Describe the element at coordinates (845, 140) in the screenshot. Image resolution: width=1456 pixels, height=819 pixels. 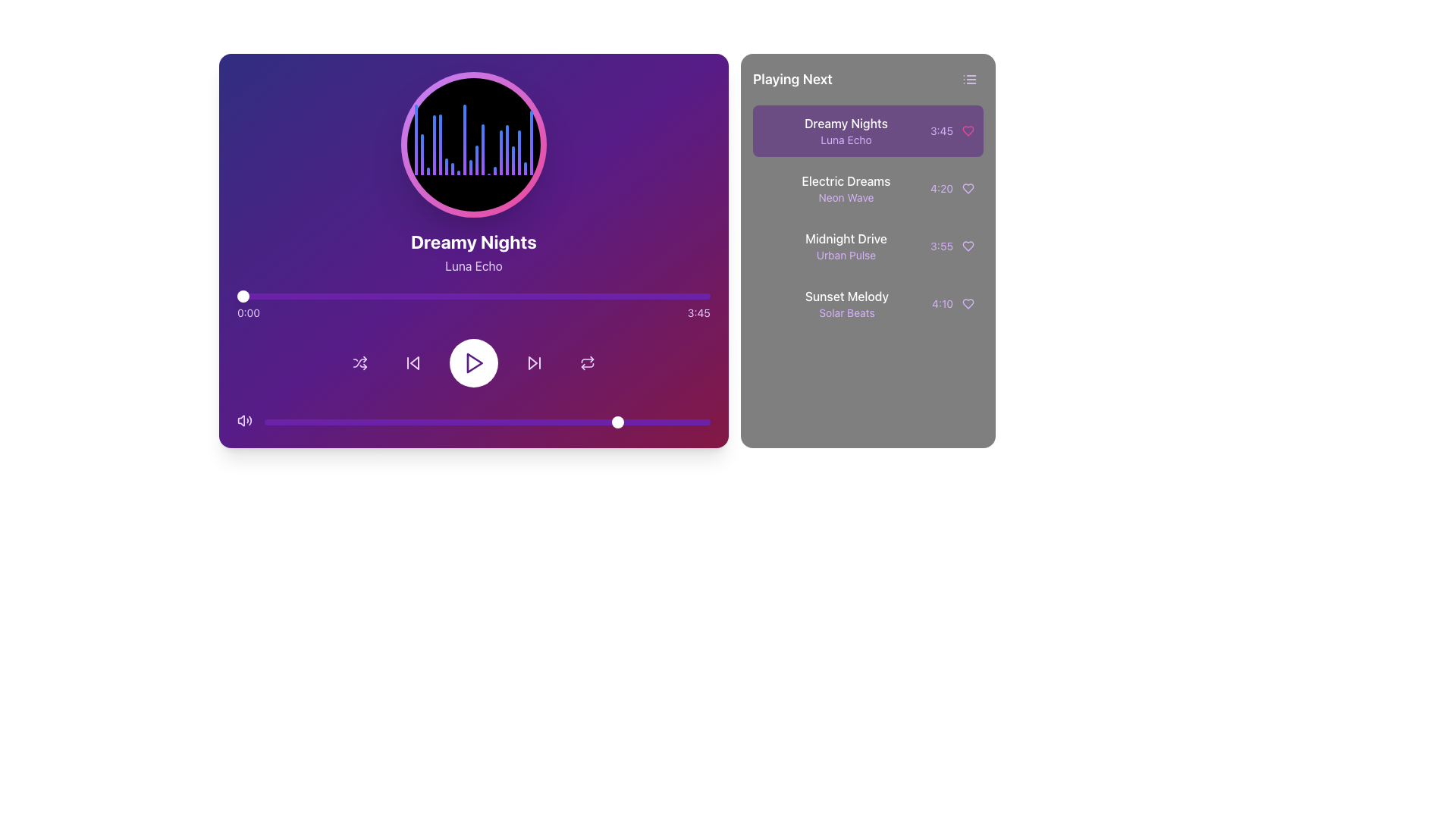
I see `the text label that displays 'Luna Echo' in light purple color, positioned underneath 'Dreamy Nights' in the sidebar` at that location.